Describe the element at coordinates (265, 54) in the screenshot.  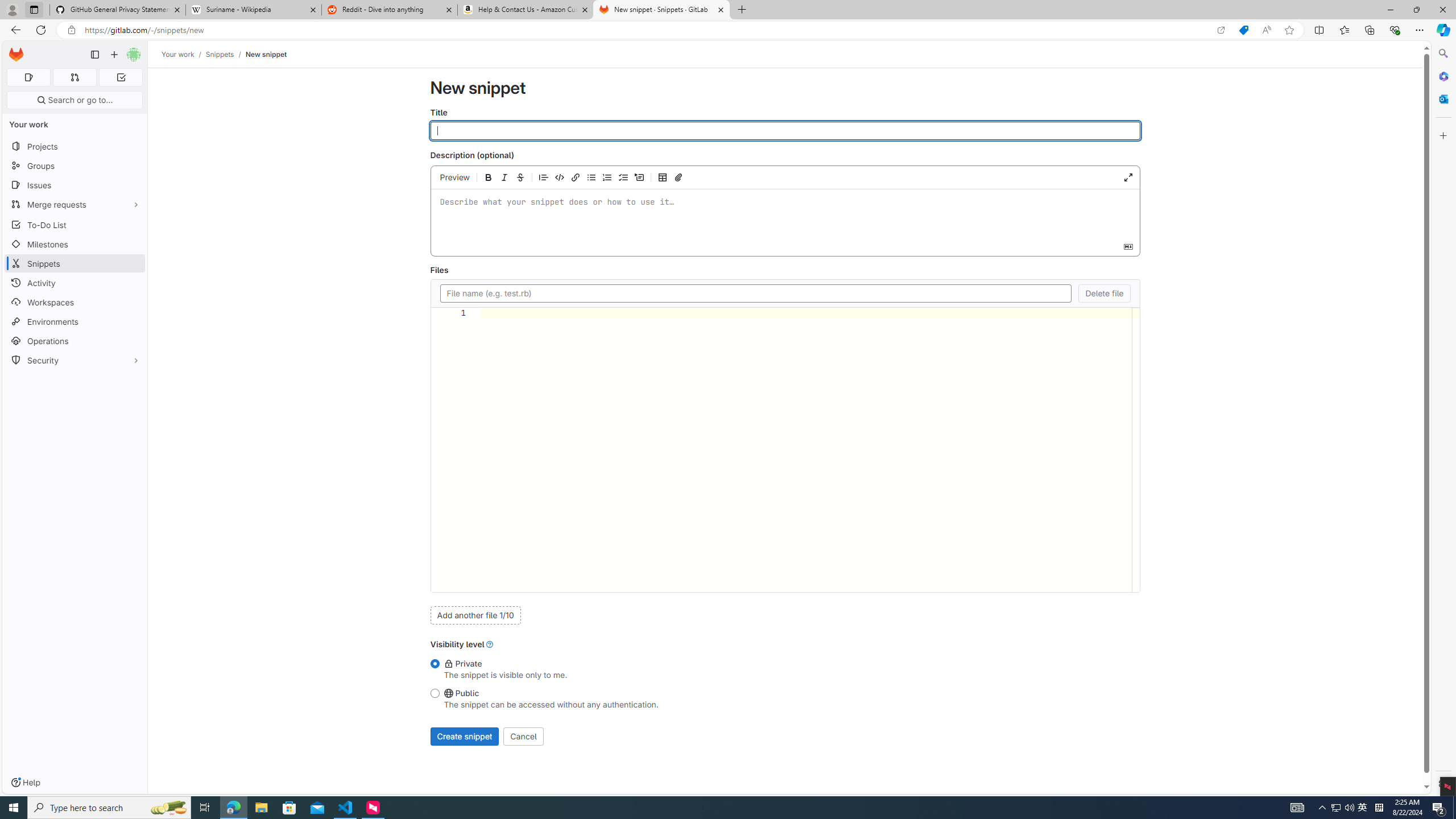
I see `'New snippet'` at that location.